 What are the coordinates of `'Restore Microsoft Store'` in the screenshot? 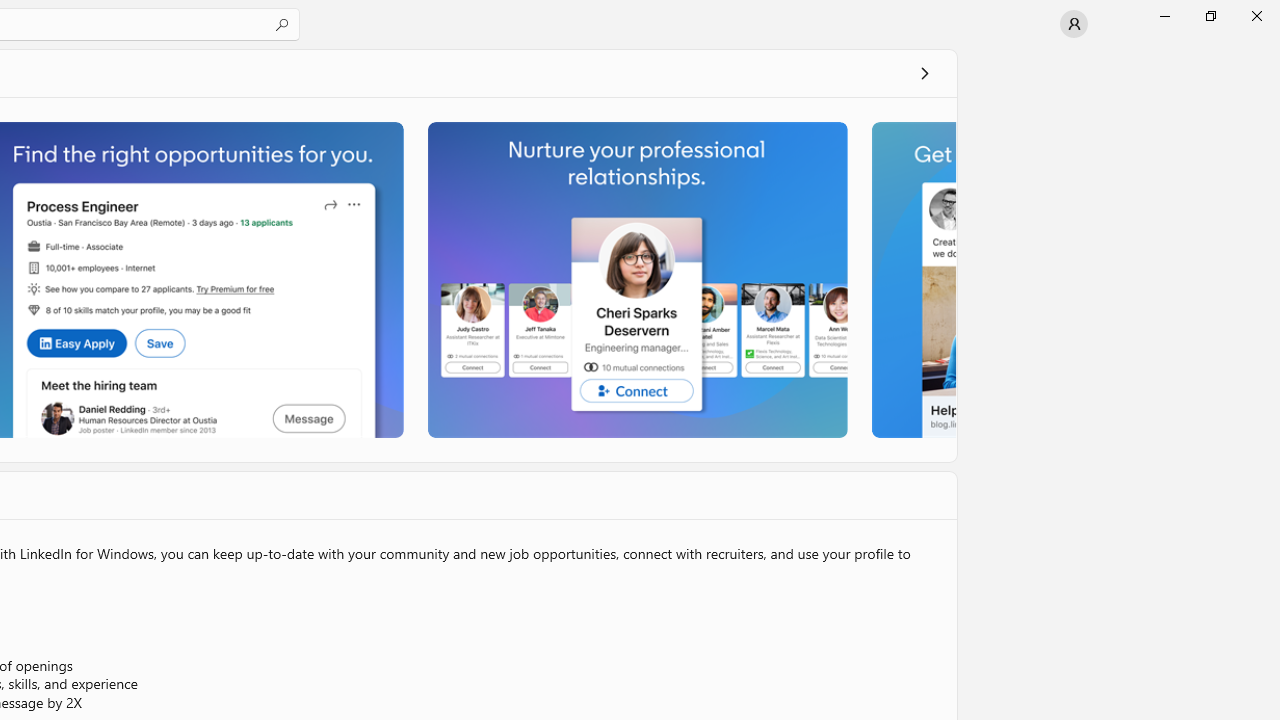 It's located at (1209, 15).